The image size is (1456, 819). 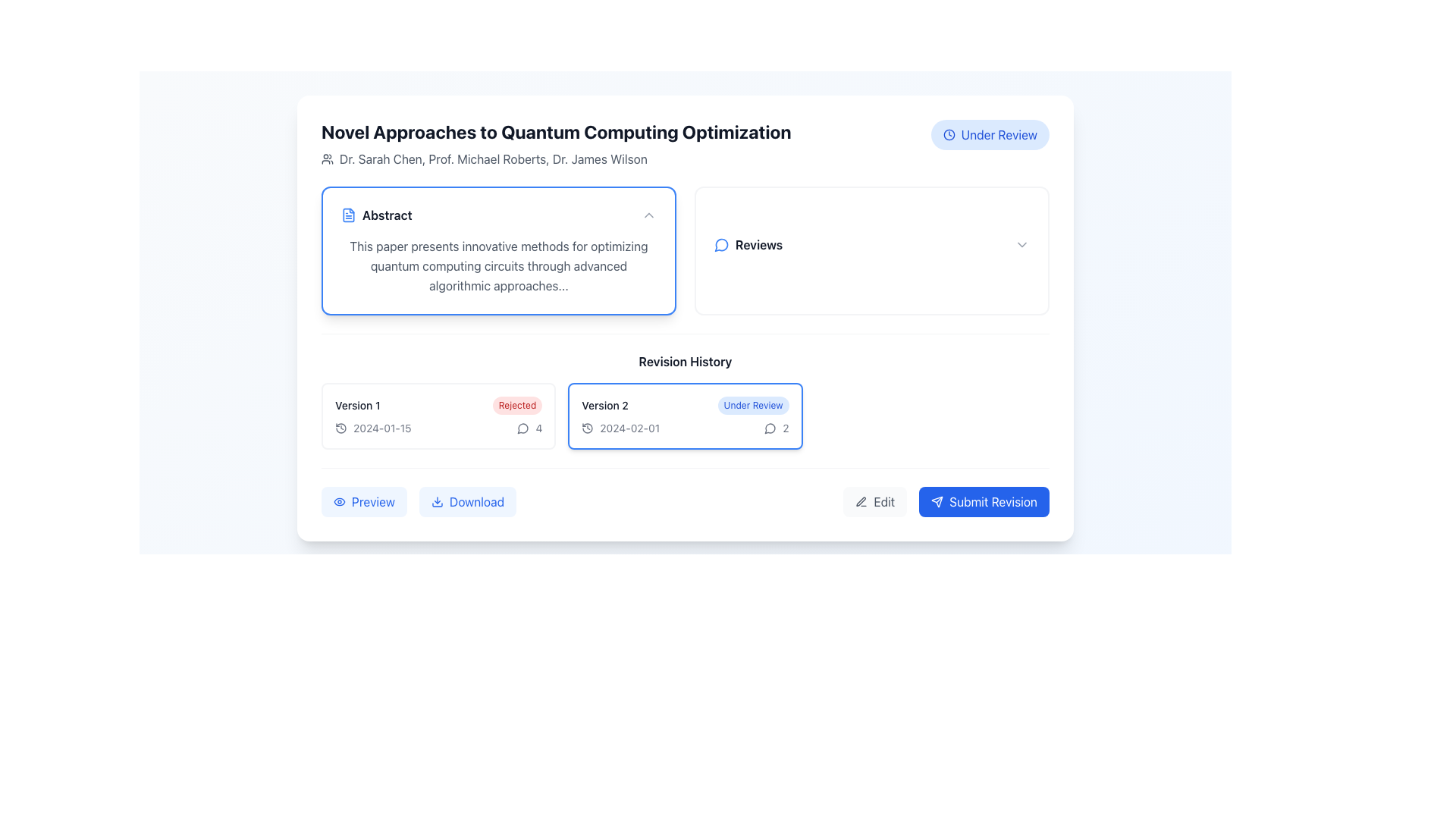 What do you see at coordinates (555, 158) in the screenshot?
I see `text 'Dr. Sarah Chen, Prof. Michael Roberts, Dr. James Wilson,' which is styled in gray and located below the title 'Novel Approaches to Quantum Computing Optimization.'` at bounding box center [555, 158].